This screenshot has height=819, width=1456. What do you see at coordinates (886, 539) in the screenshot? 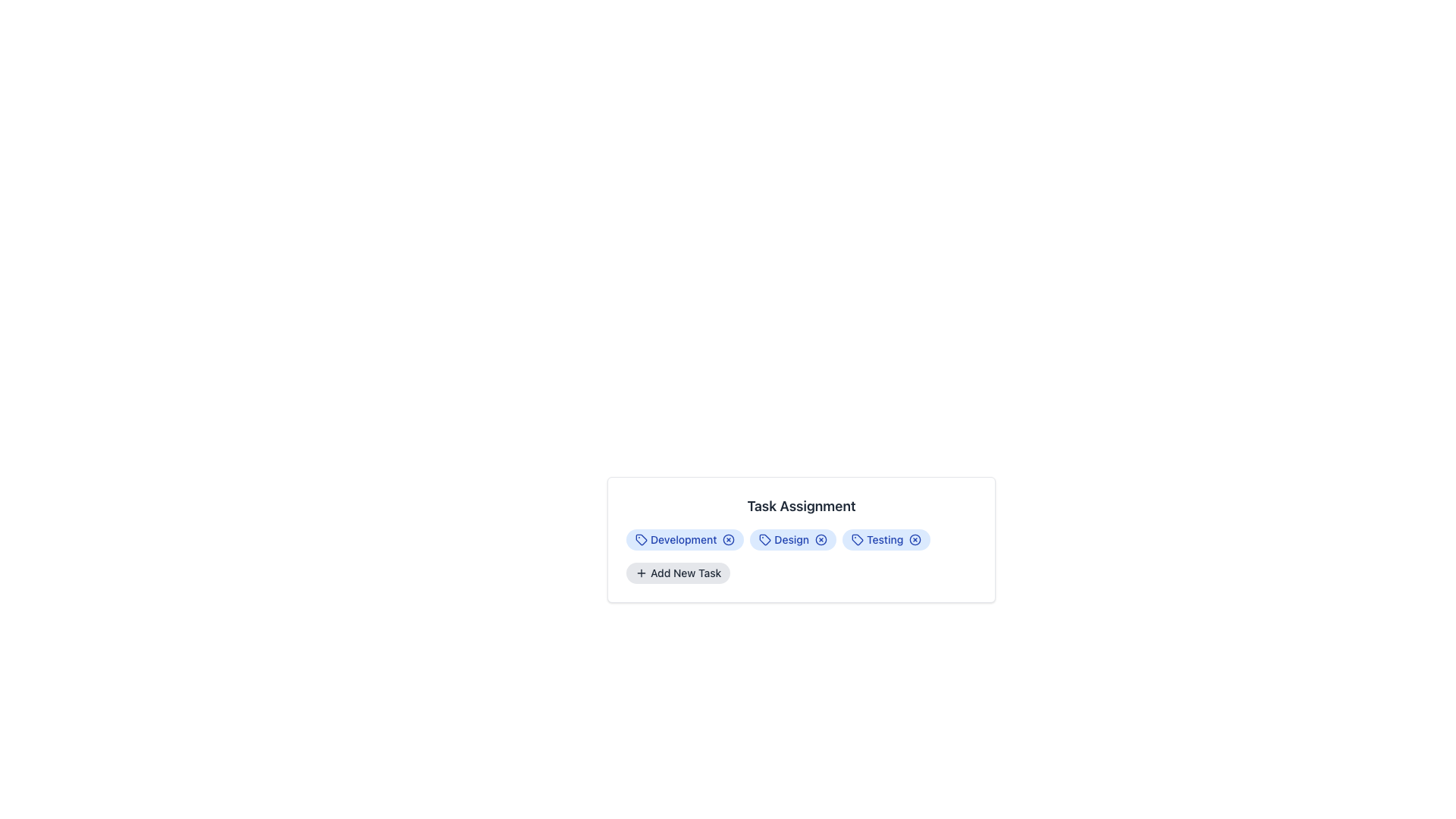
I see `the 'x' button on the light blue badge labeled 'Testing'` at bounding box center [886, 539].